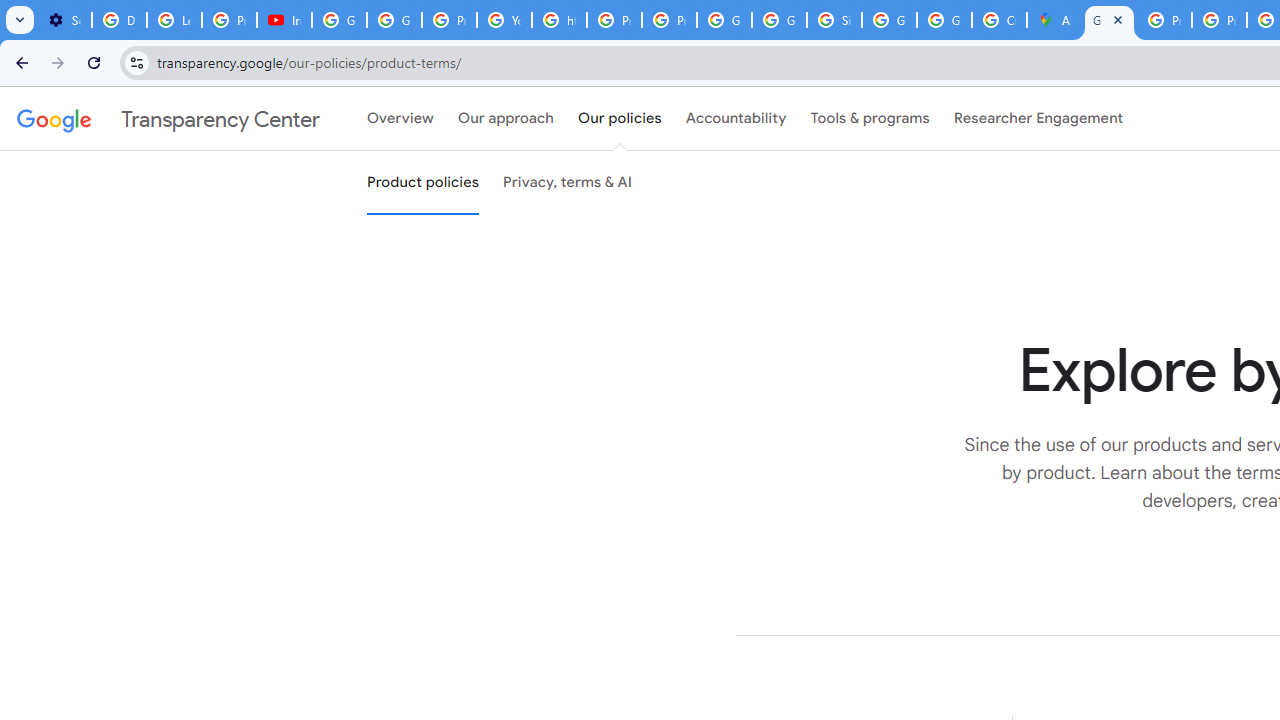  I want to click on 'Privacy, terms & AI', so click(567, 183).